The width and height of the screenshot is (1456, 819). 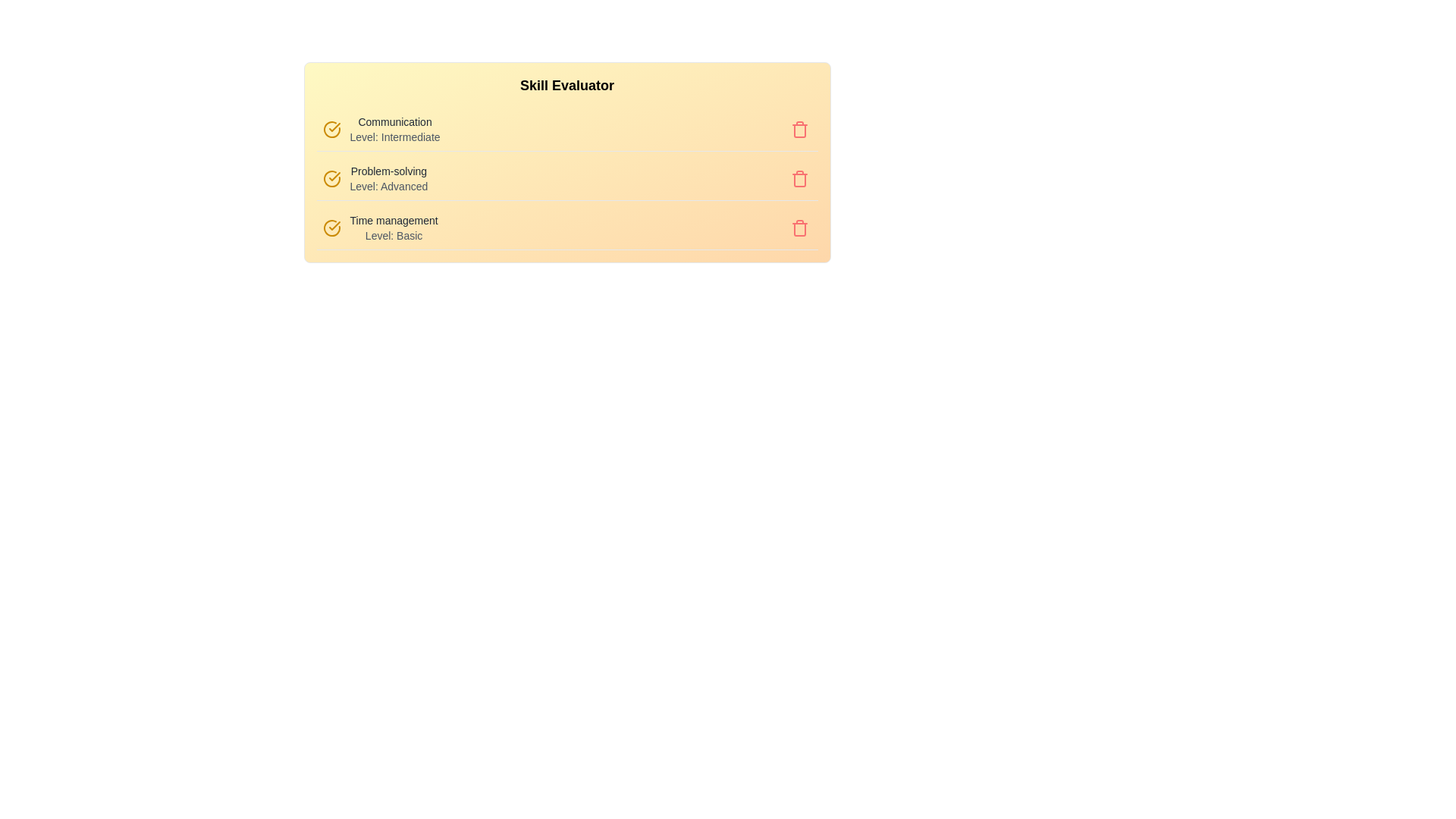 What do you see at coordinates (331, 177) in the screenshot?
I see `the skill icon for Problem-solving to focus on it` at bounding box center [331, 177].